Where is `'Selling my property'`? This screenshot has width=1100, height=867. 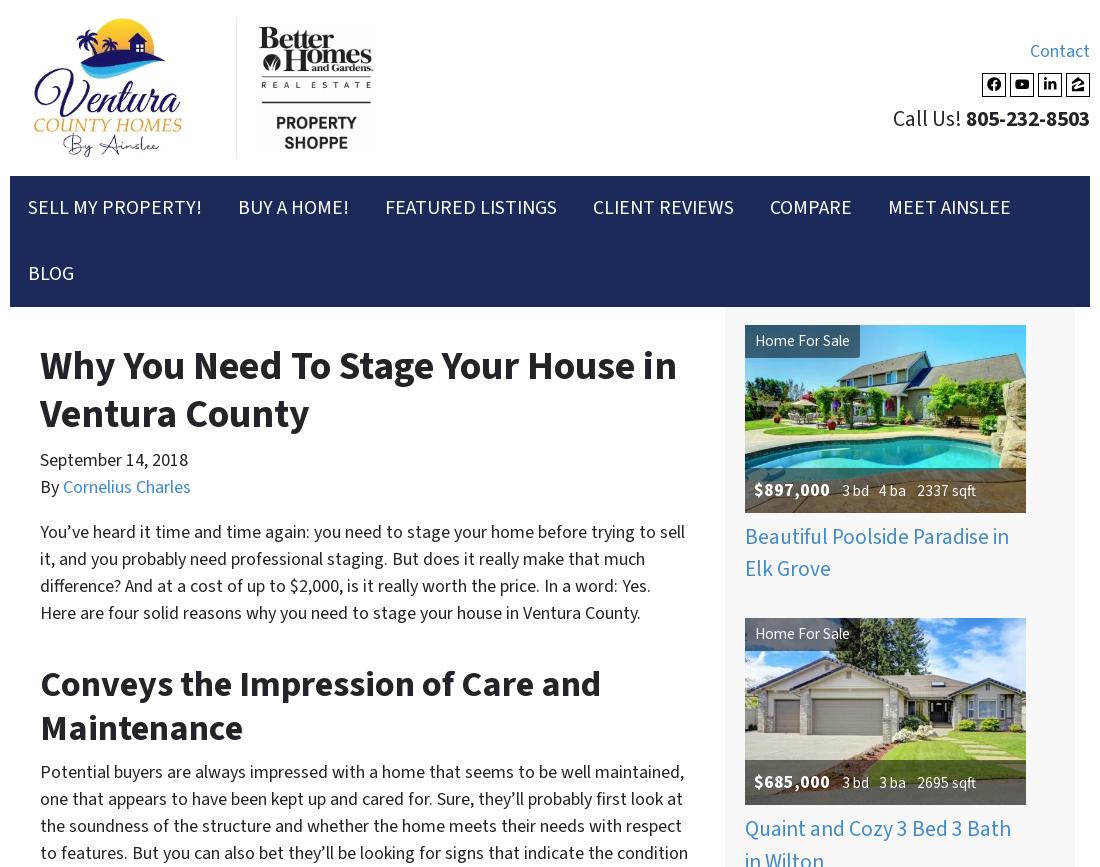
'Selling my property' is located at coordinates (160, 68).